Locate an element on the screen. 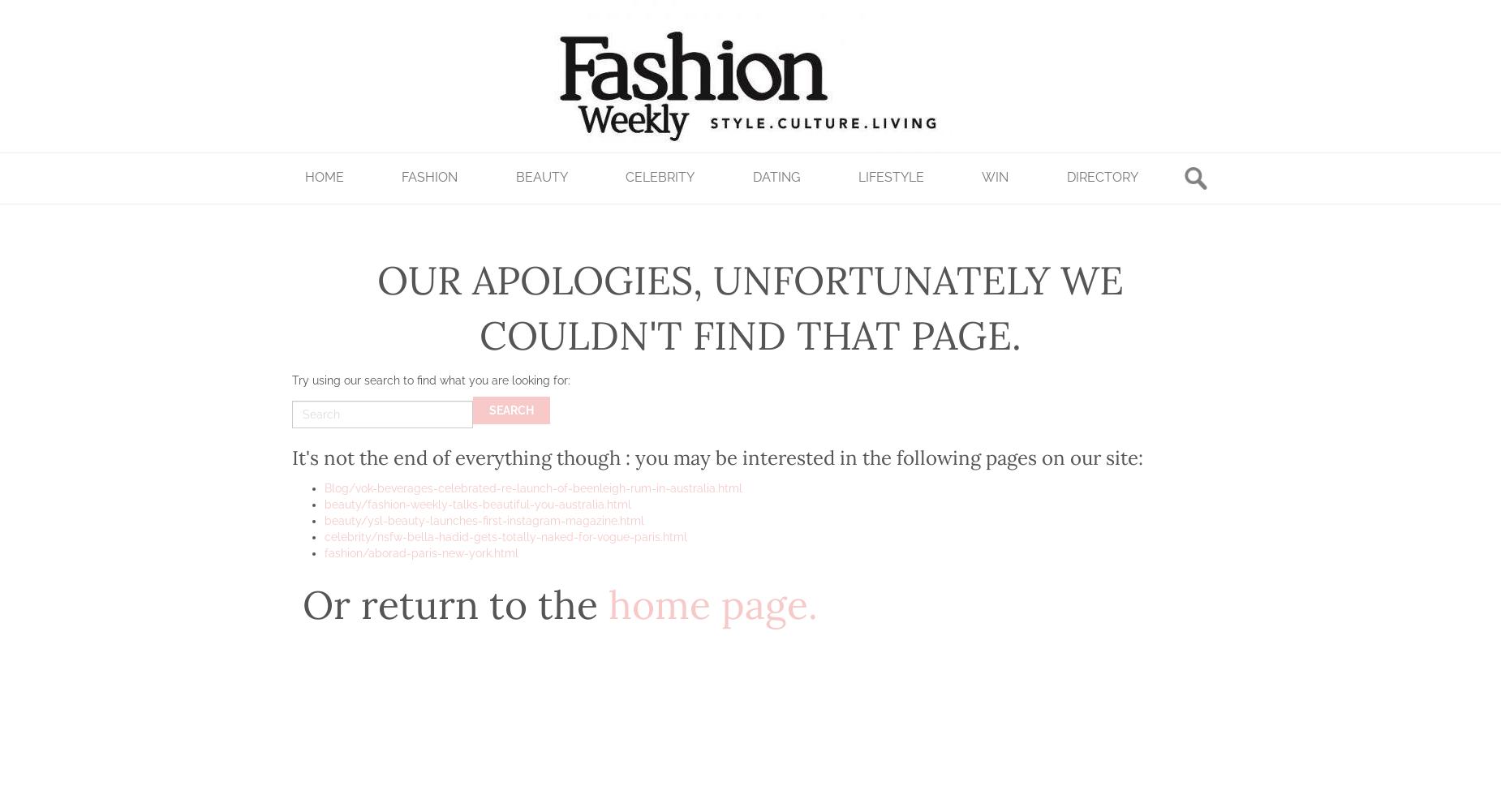 The image size is (1501, 812). 'Lifestyle' is located at coordinates (889, 175).